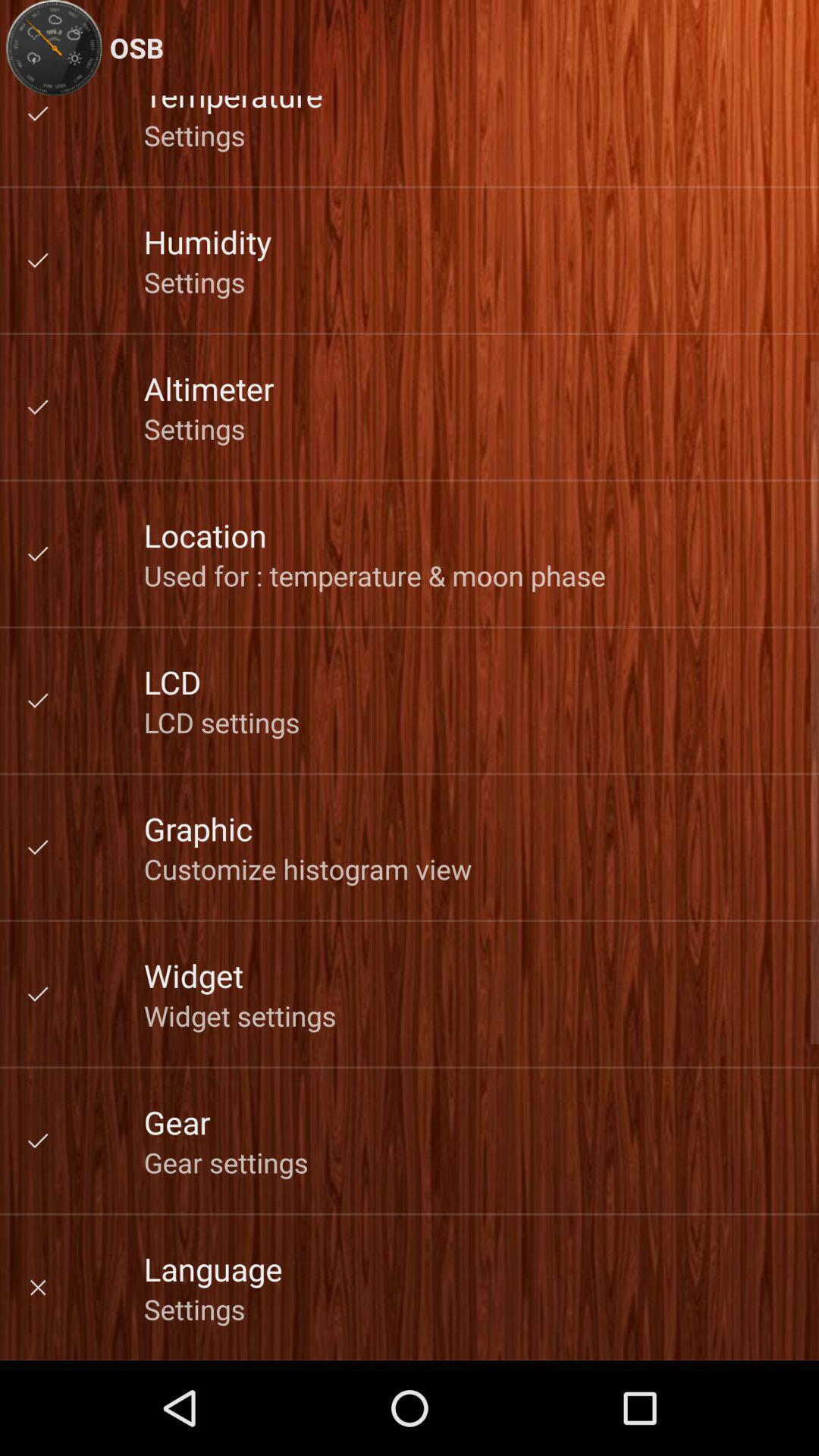 The height and width of the screenshot is (1456, 819). Describe the element at coordinates (197, 827) in the screenshot. I see `the graphic` at that location.